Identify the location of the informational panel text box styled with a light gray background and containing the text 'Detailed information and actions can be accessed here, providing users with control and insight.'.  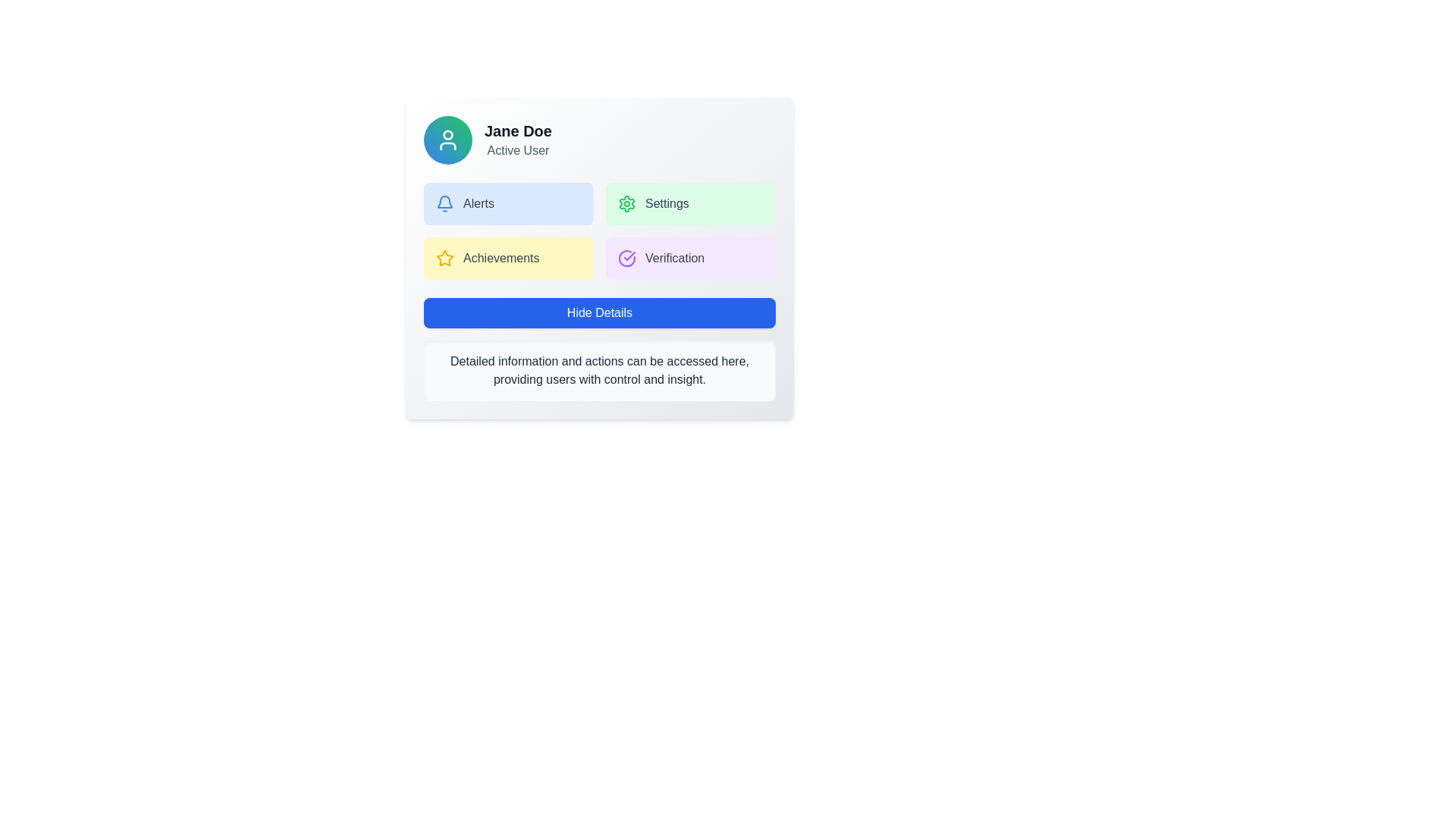
(599, 371).